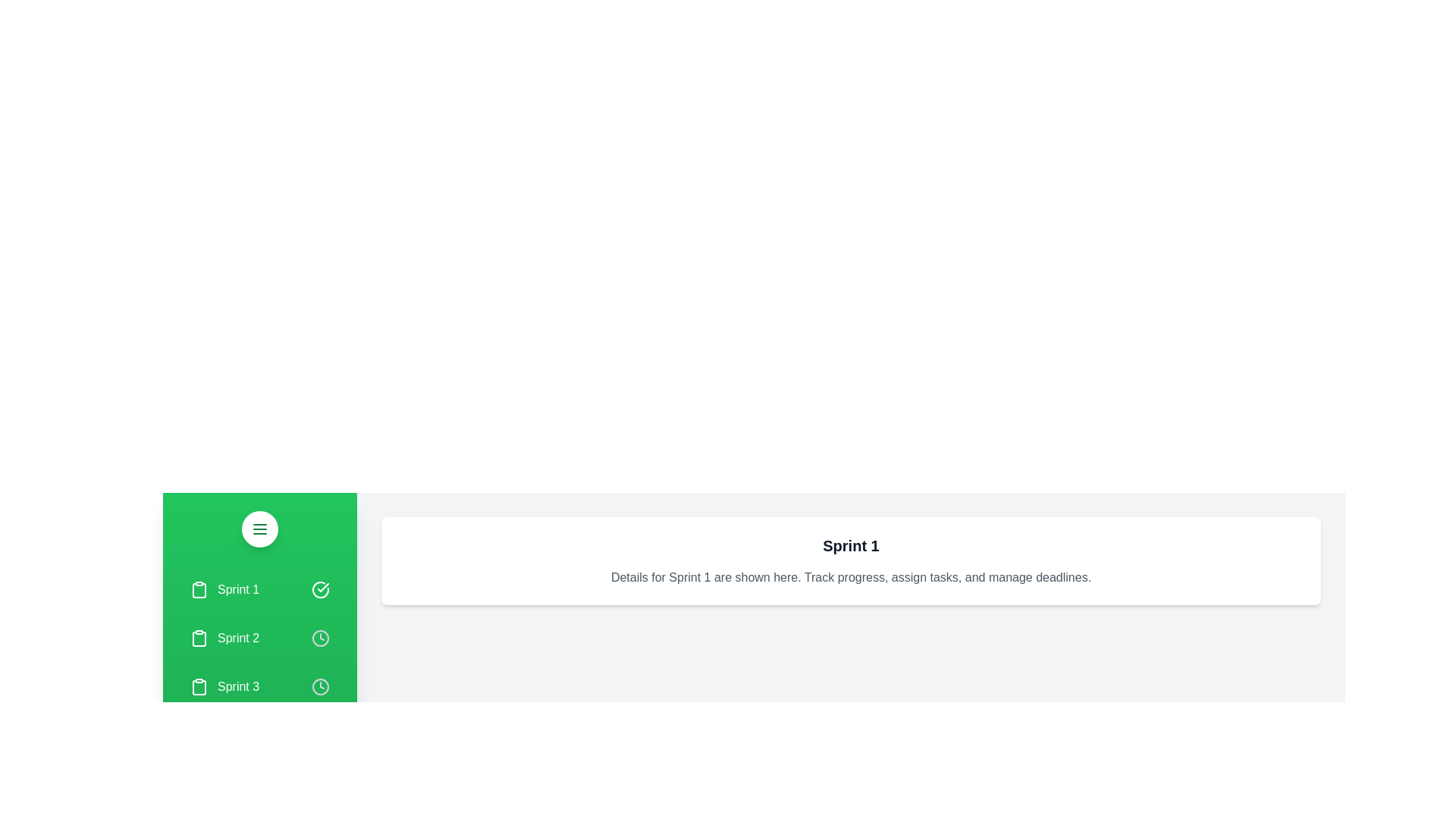 The height and width of the screenshot is (819, 1456). What do you see at coordinates (259, 638) in the screenshot?
I see `the sprint item Sprint 2 to see the highlight effect` at bounding box center [259, 638].